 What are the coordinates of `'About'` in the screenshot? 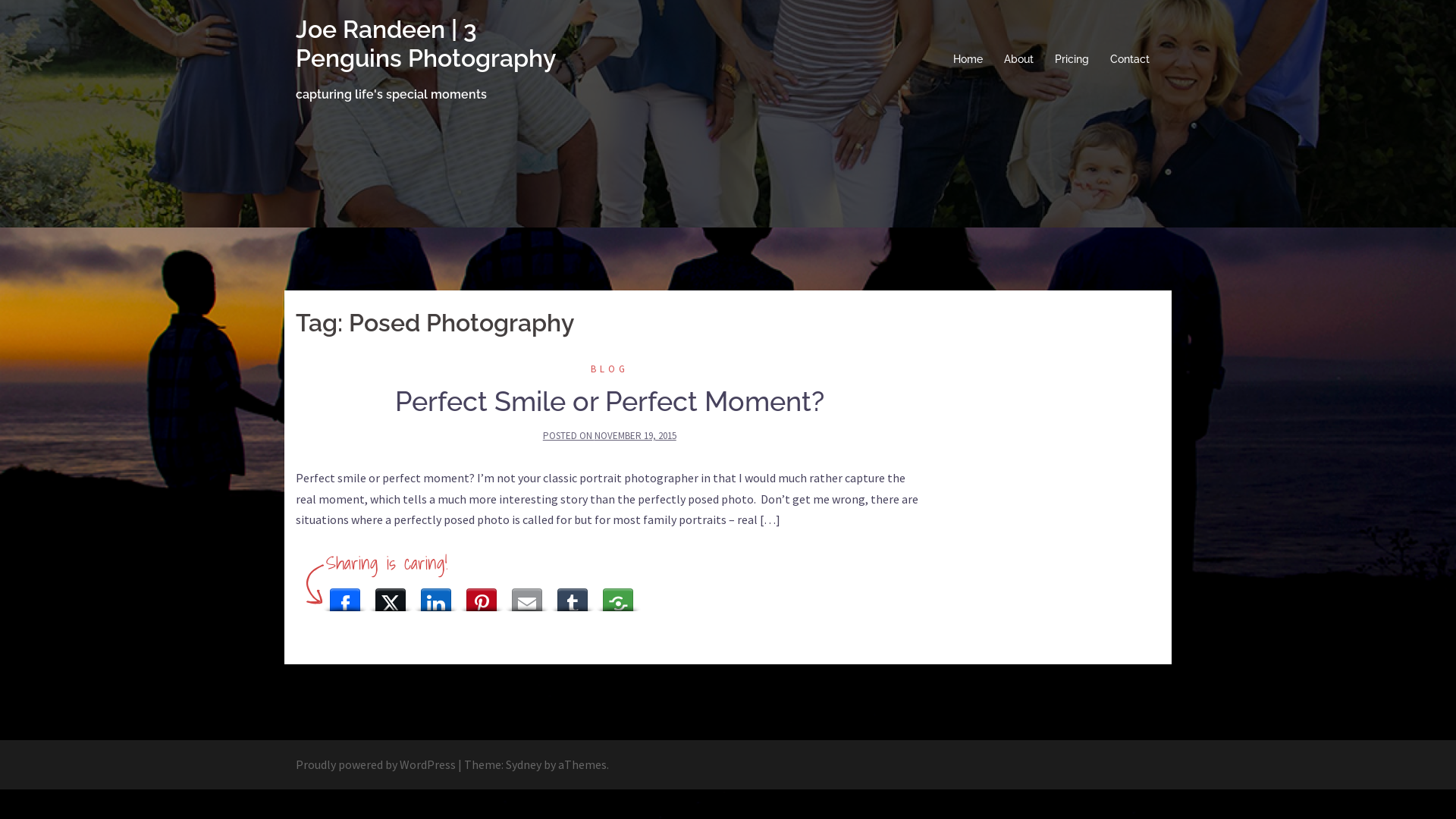 It's located at (1004, 58).